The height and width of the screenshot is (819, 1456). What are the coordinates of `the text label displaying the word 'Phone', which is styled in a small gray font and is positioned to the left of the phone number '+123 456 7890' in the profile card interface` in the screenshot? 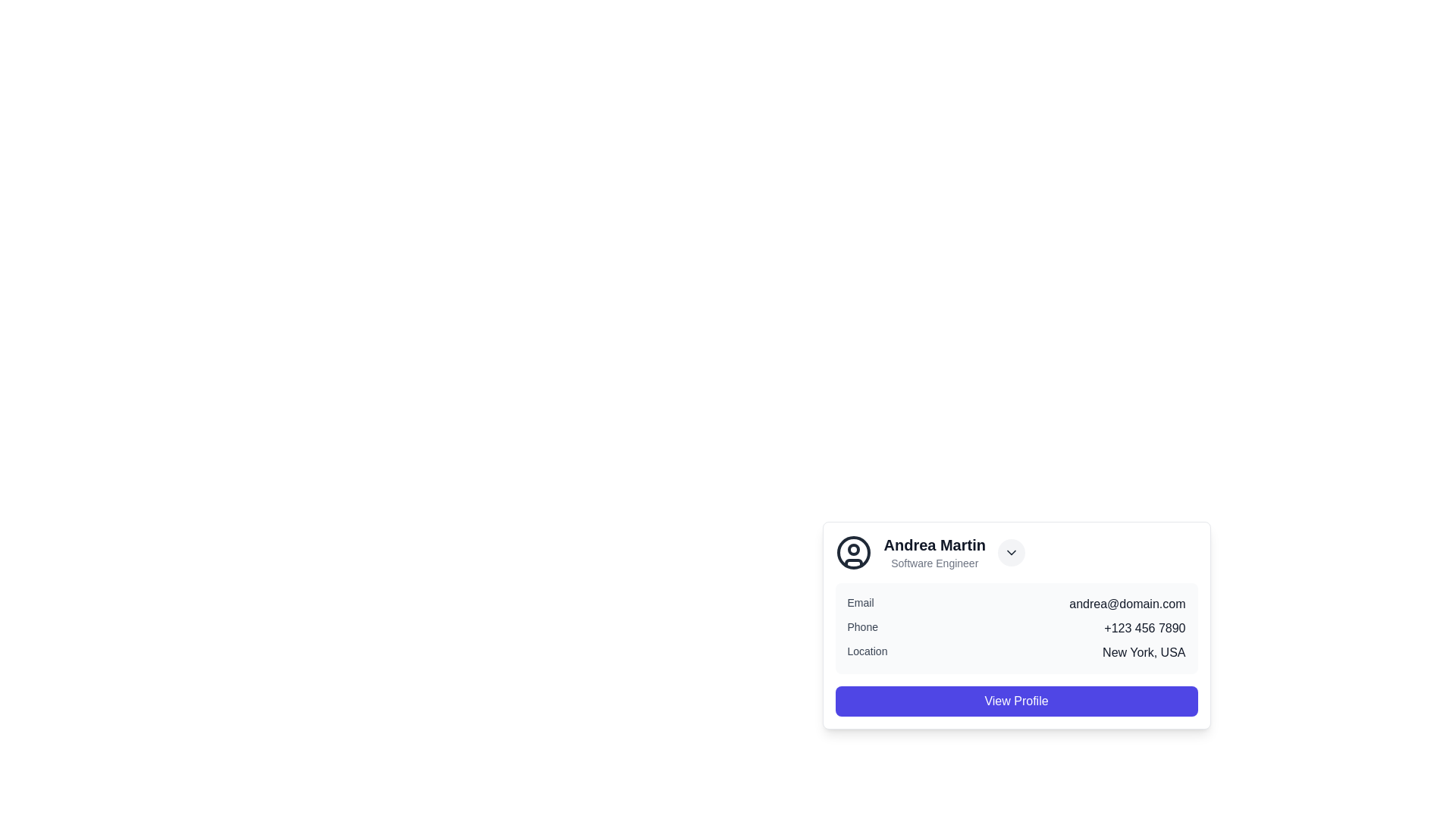 It's located at (862, 629).